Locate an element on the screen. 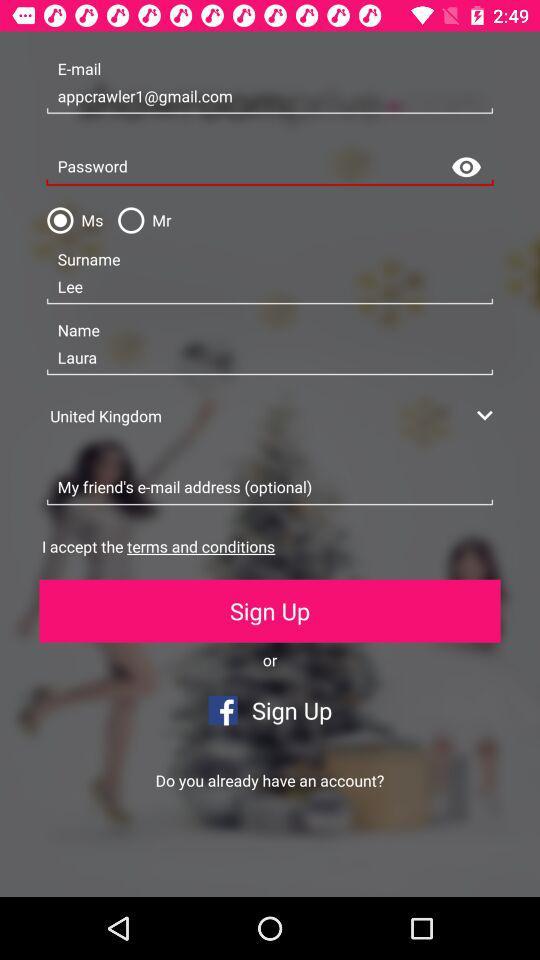 The height and width of the screenshot is (960, 540). insert friends email option is located at coordinates (270, 487).